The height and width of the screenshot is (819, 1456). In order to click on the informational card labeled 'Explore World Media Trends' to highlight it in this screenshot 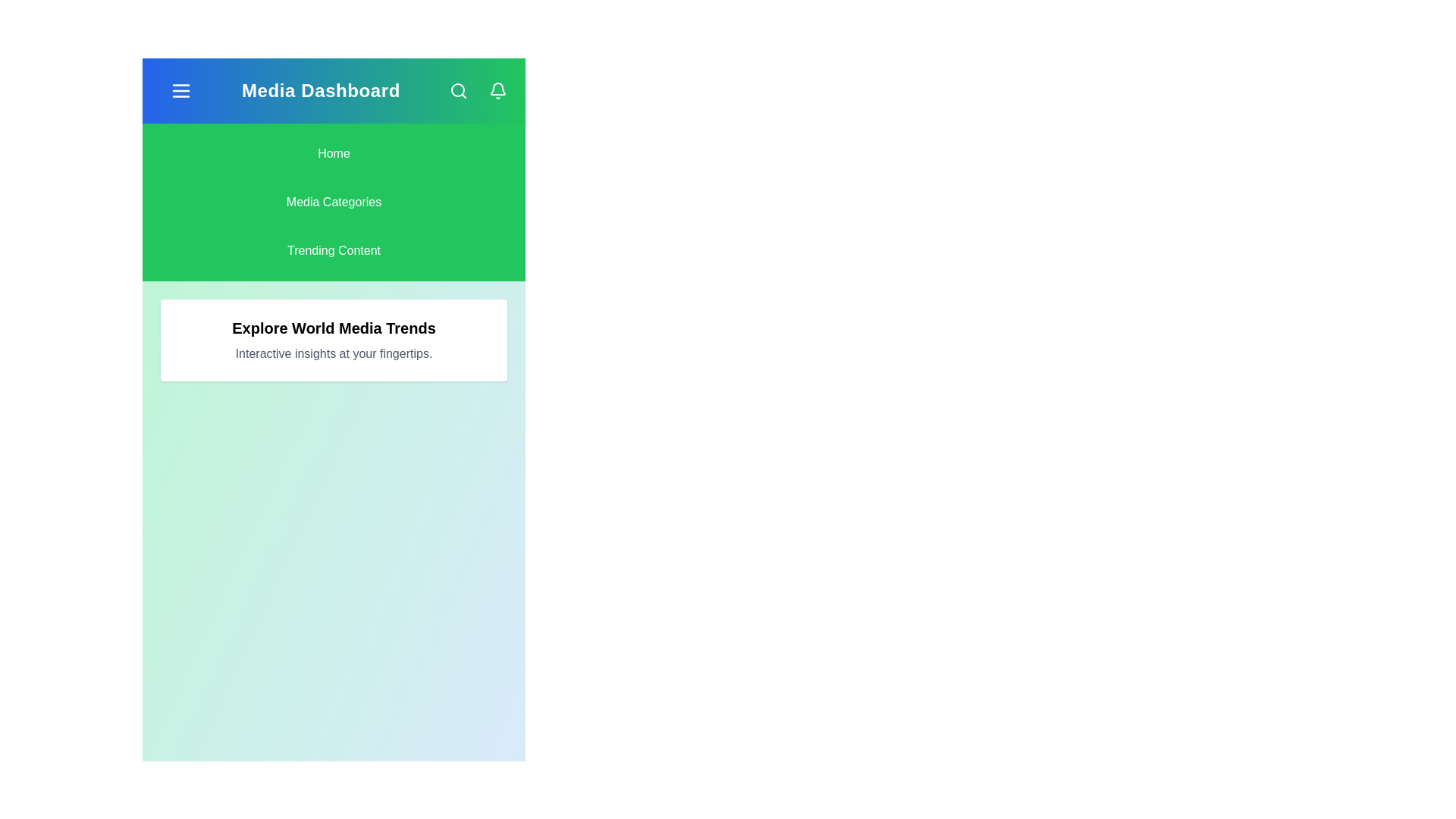, I will do `click(333, 339)`.